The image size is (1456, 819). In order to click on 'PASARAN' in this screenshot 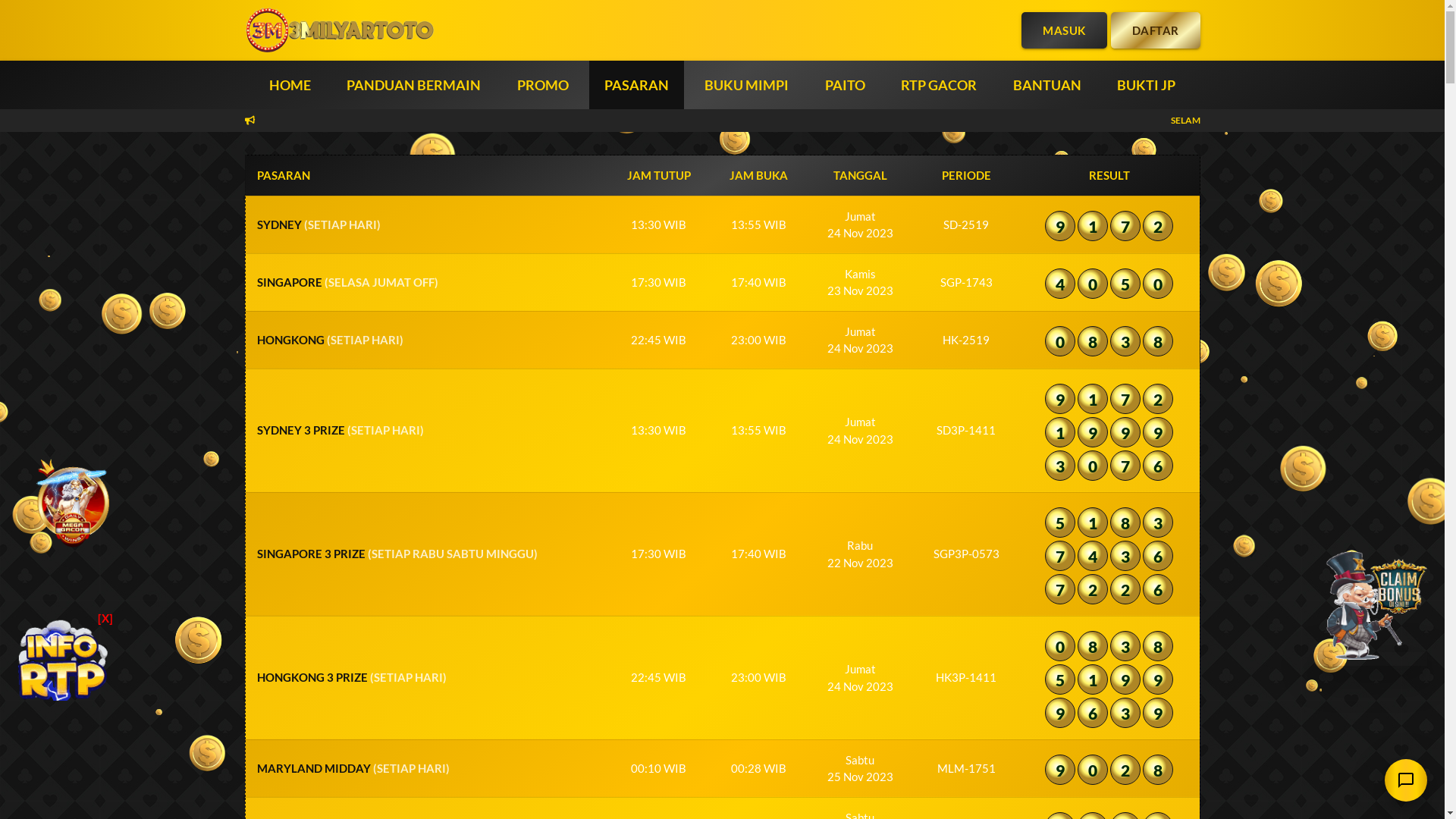, I will do `click(592, 84)`.